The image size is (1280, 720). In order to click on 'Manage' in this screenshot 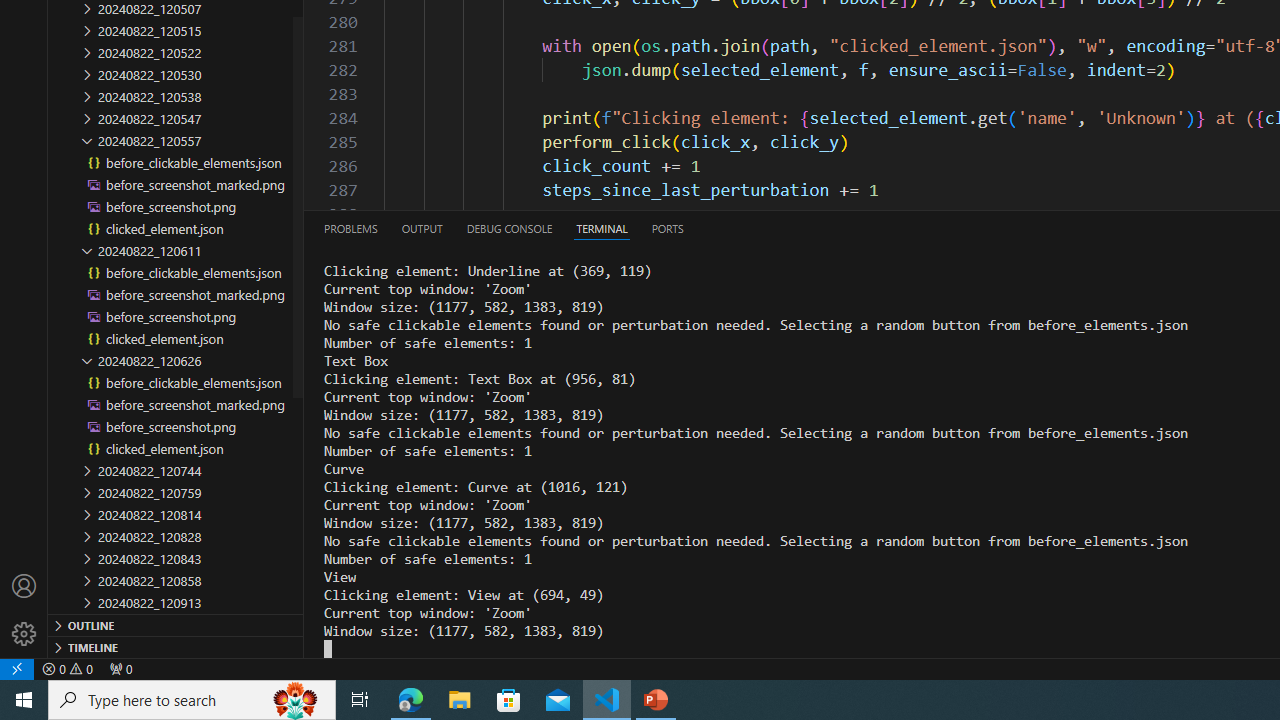, I will do `click(24, 633)`.